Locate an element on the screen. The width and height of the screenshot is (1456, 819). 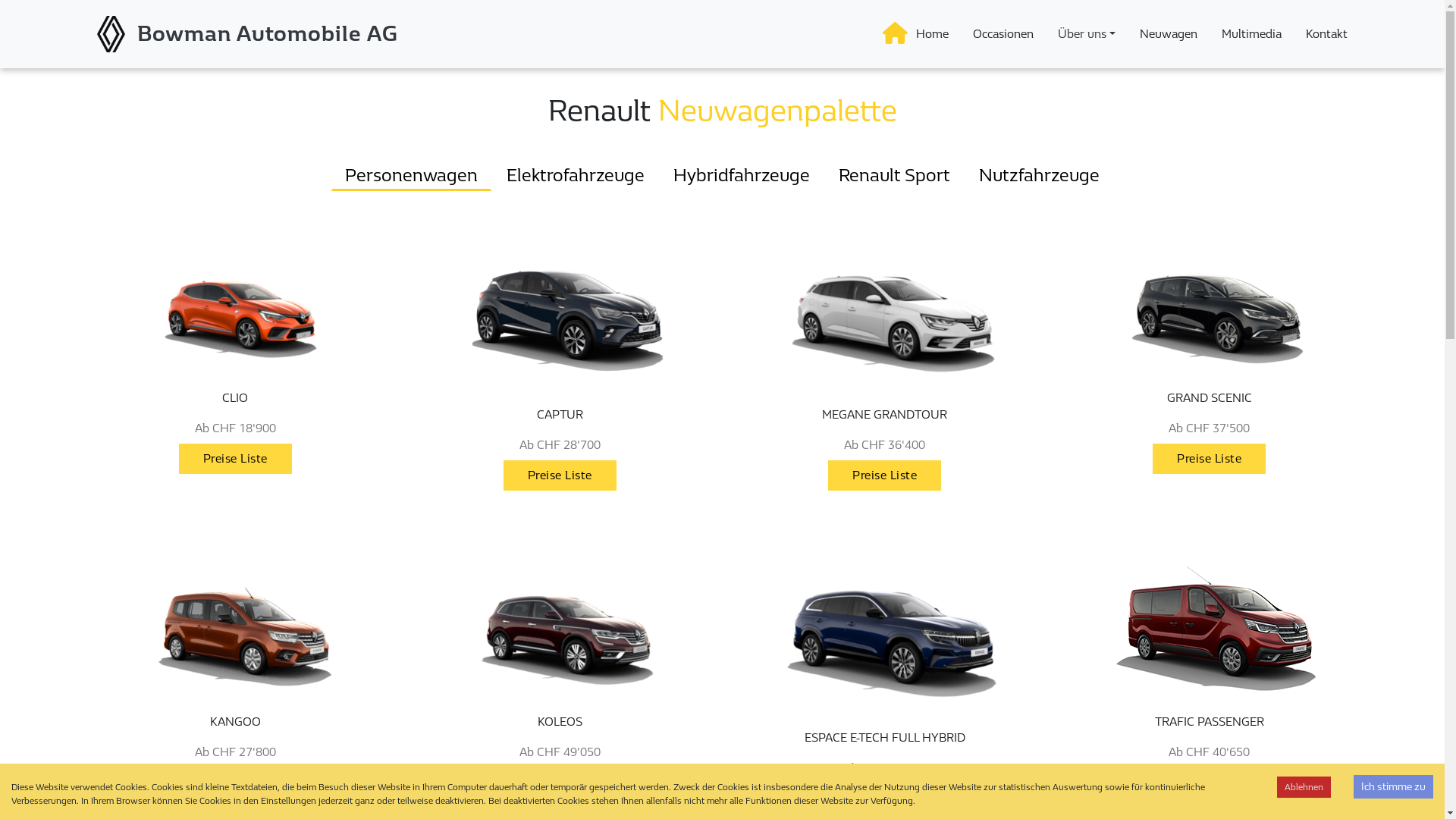
'Neuwagen' is located at coordinates (1167, 34).